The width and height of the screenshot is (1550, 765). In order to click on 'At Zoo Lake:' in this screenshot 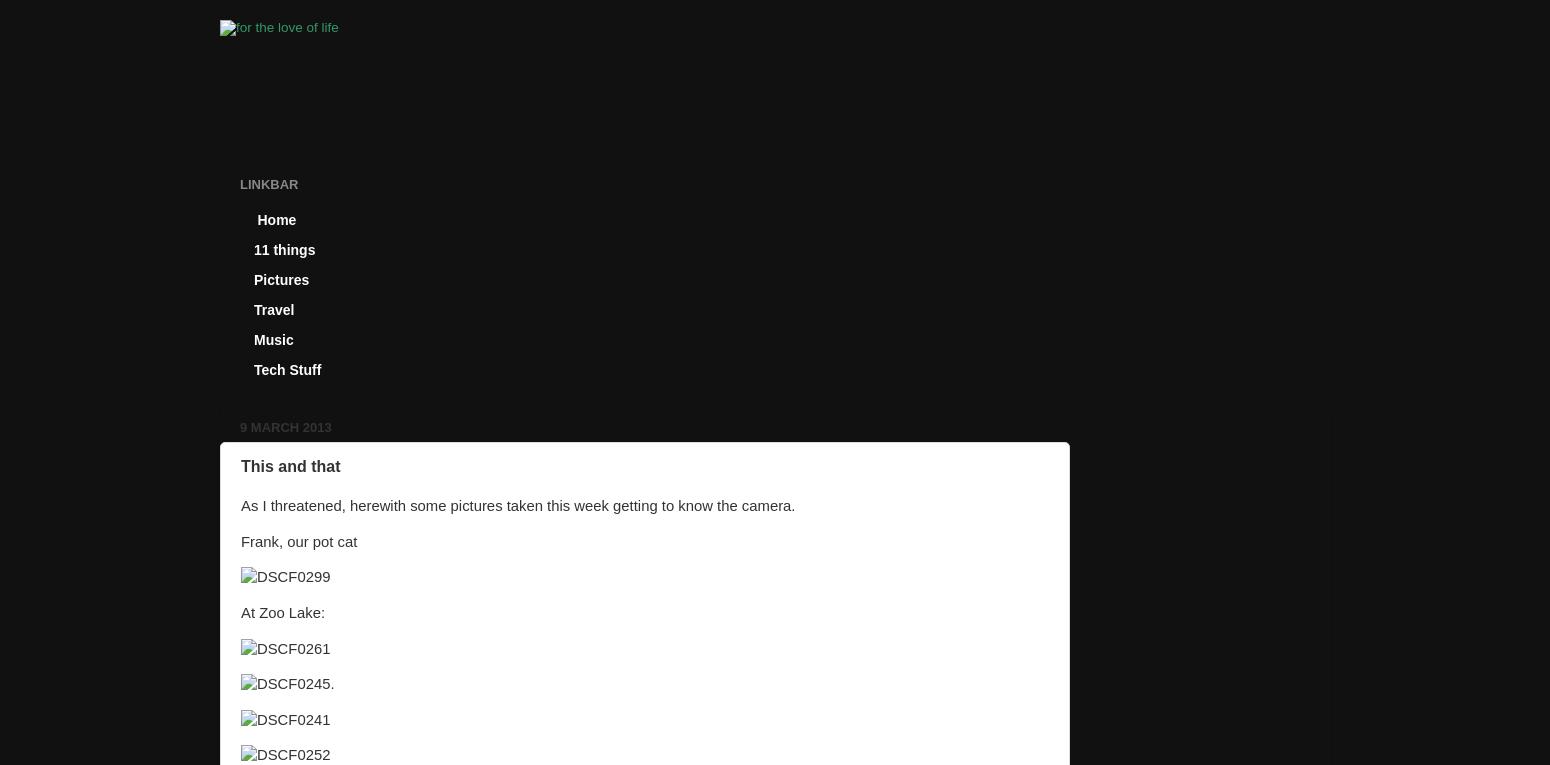, I will do `click(283, 611)`.